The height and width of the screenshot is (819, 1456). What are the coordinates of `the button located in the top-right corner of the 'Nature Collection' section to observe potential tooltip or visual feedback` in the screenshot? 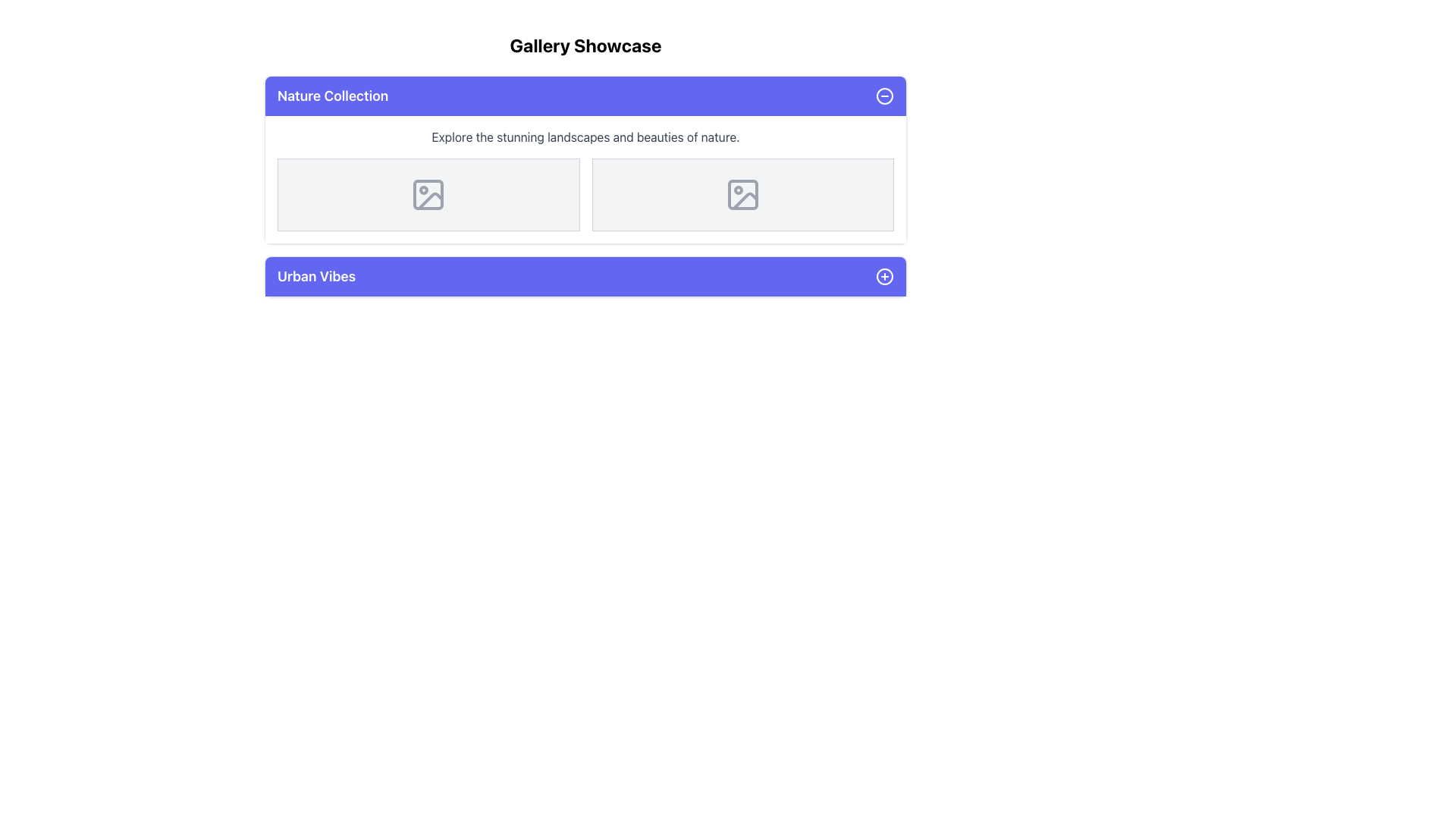 It's located at (884, 96).